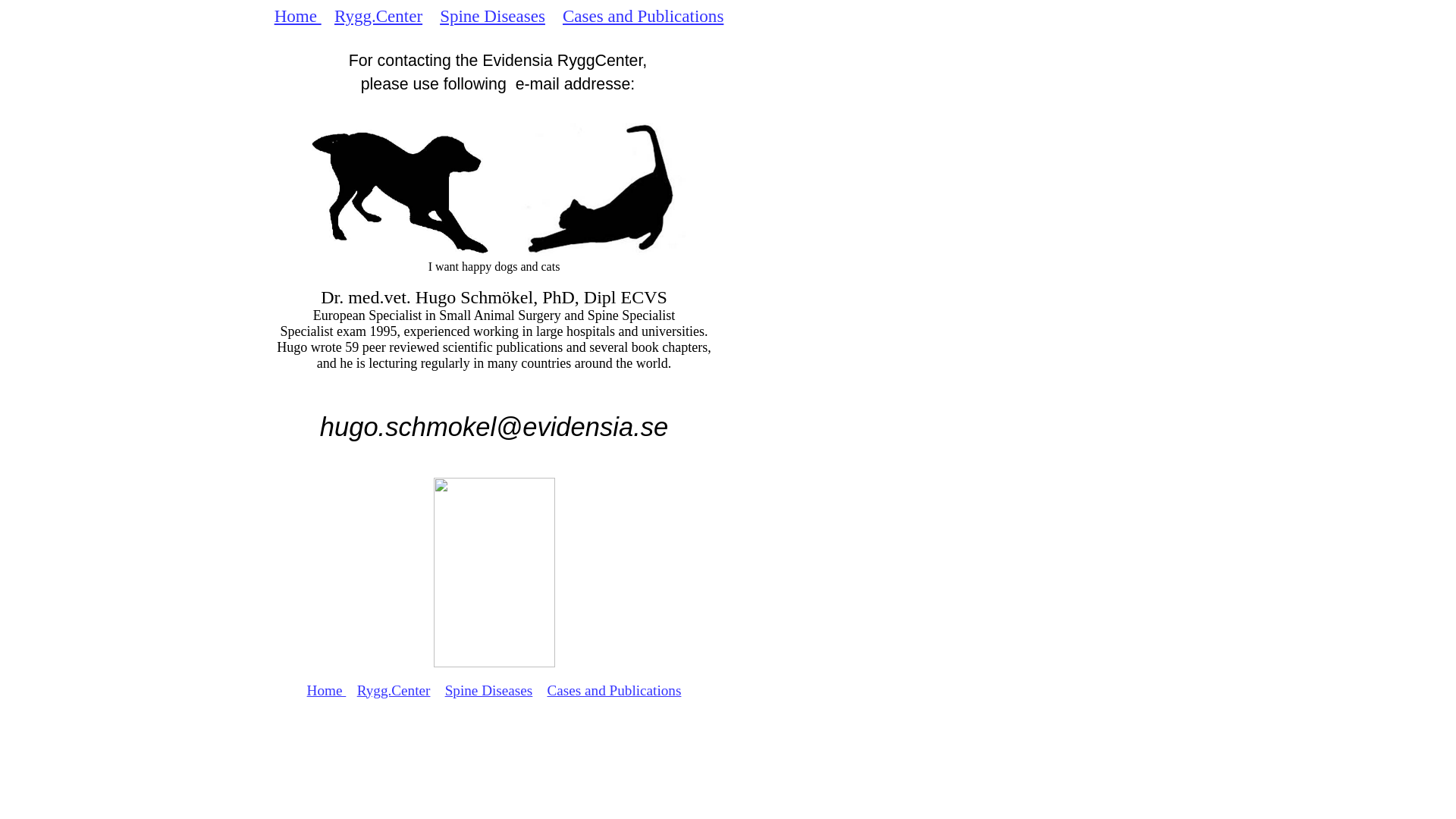 This screenshot has height=819, width=1456. What do you see at coordinates (356, 690) in the screenshot?
I see `'Rygg.Center'` at bounding box center [356, 690].